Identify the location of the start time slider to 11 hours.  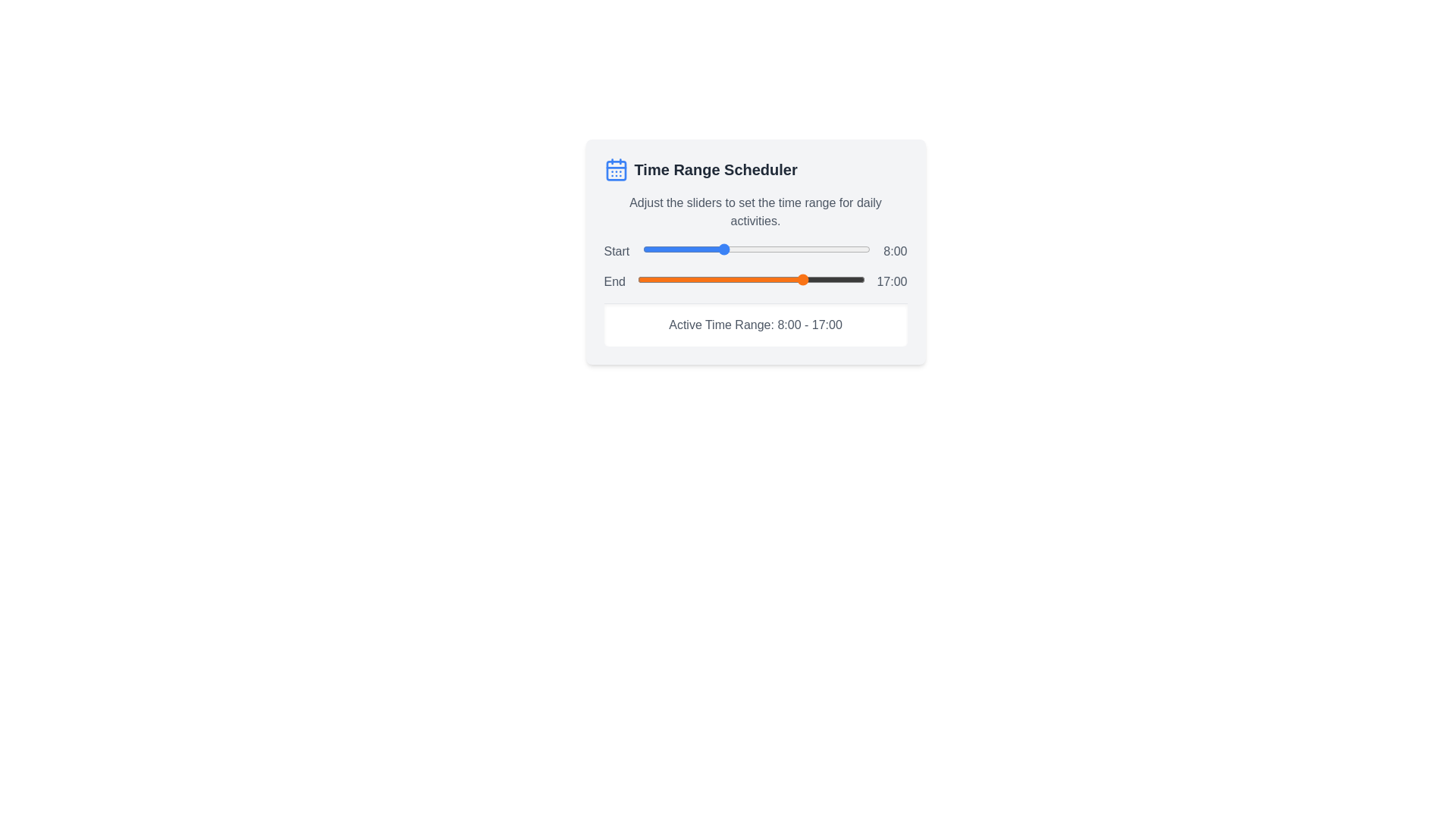
(752, 248).